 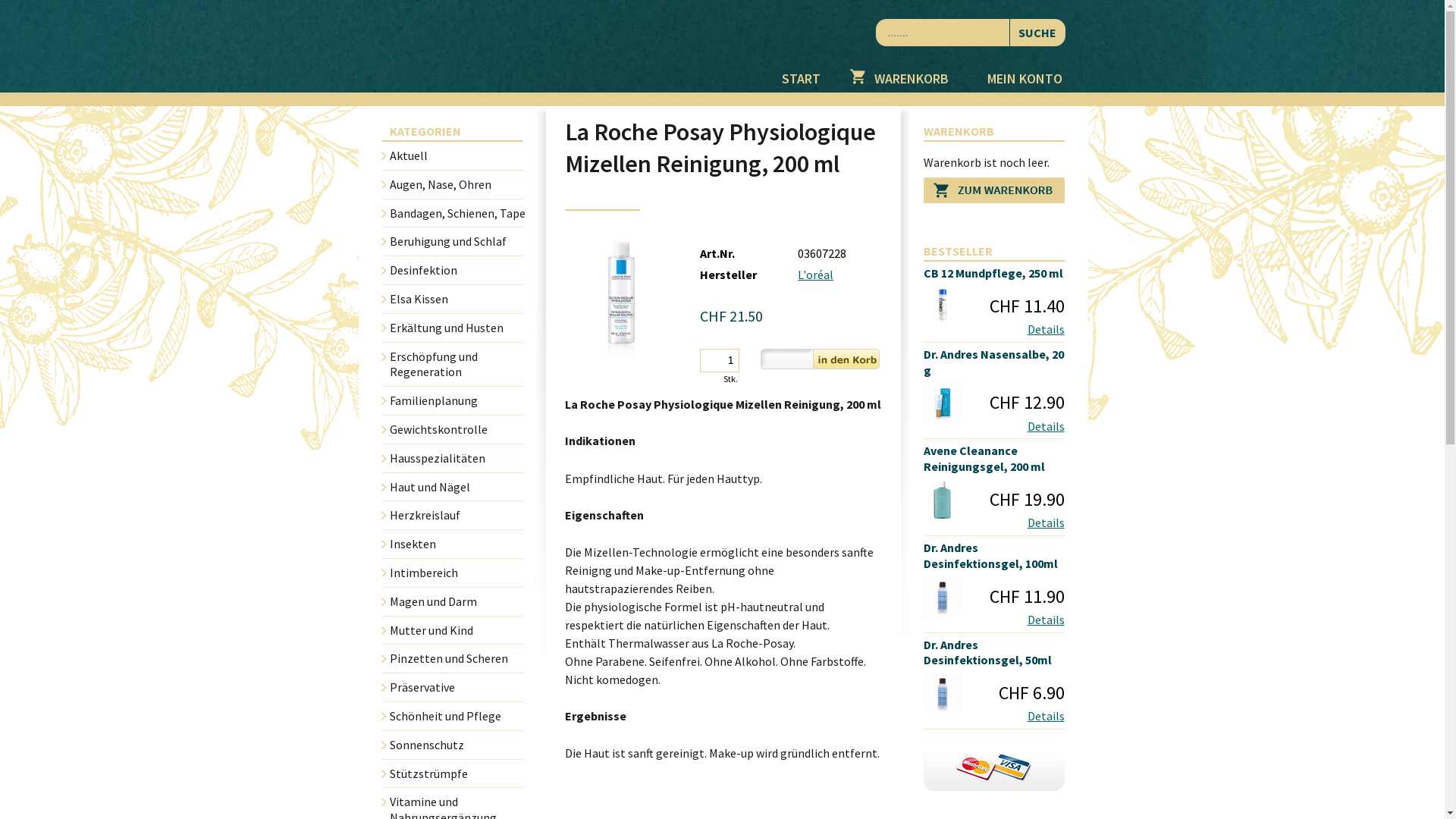 What do you see at coordinates (382, 213) in the screenshot?
I see `'Bandagen, Schienen, Tape'` at bounding box center [382, 213].